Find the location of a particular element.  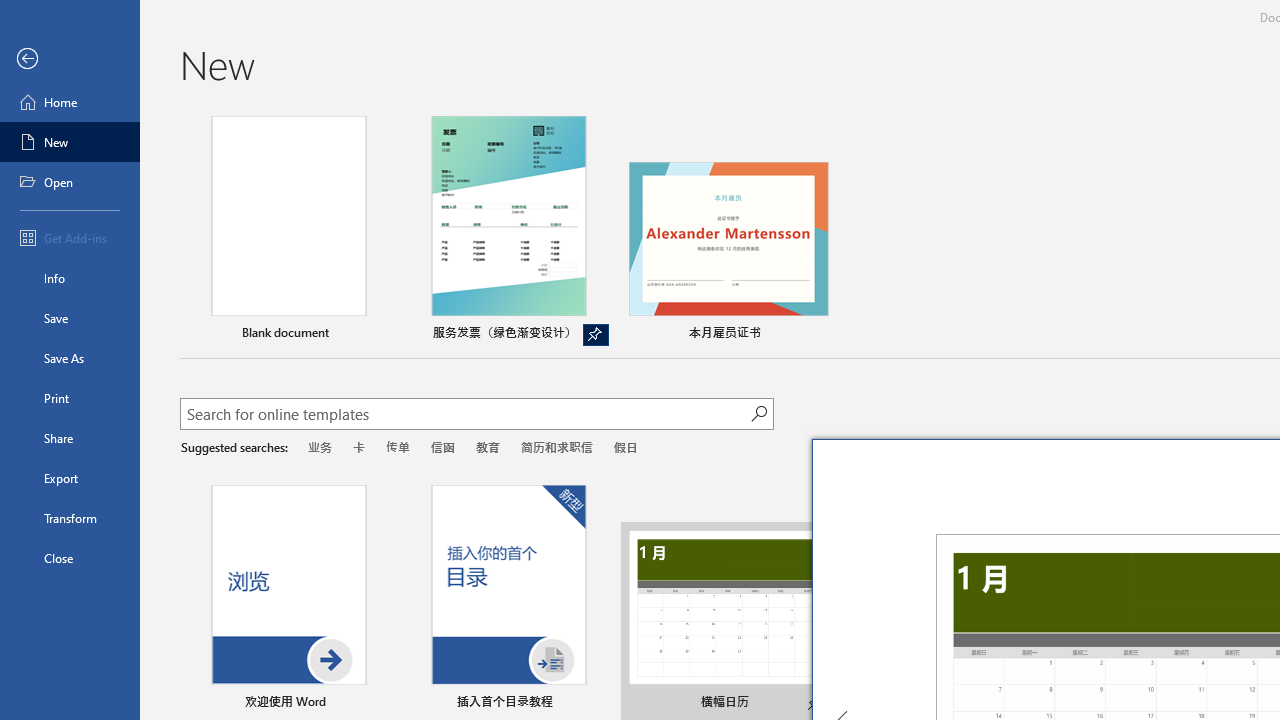

'Blank document' is located at coordinates (287, 230).